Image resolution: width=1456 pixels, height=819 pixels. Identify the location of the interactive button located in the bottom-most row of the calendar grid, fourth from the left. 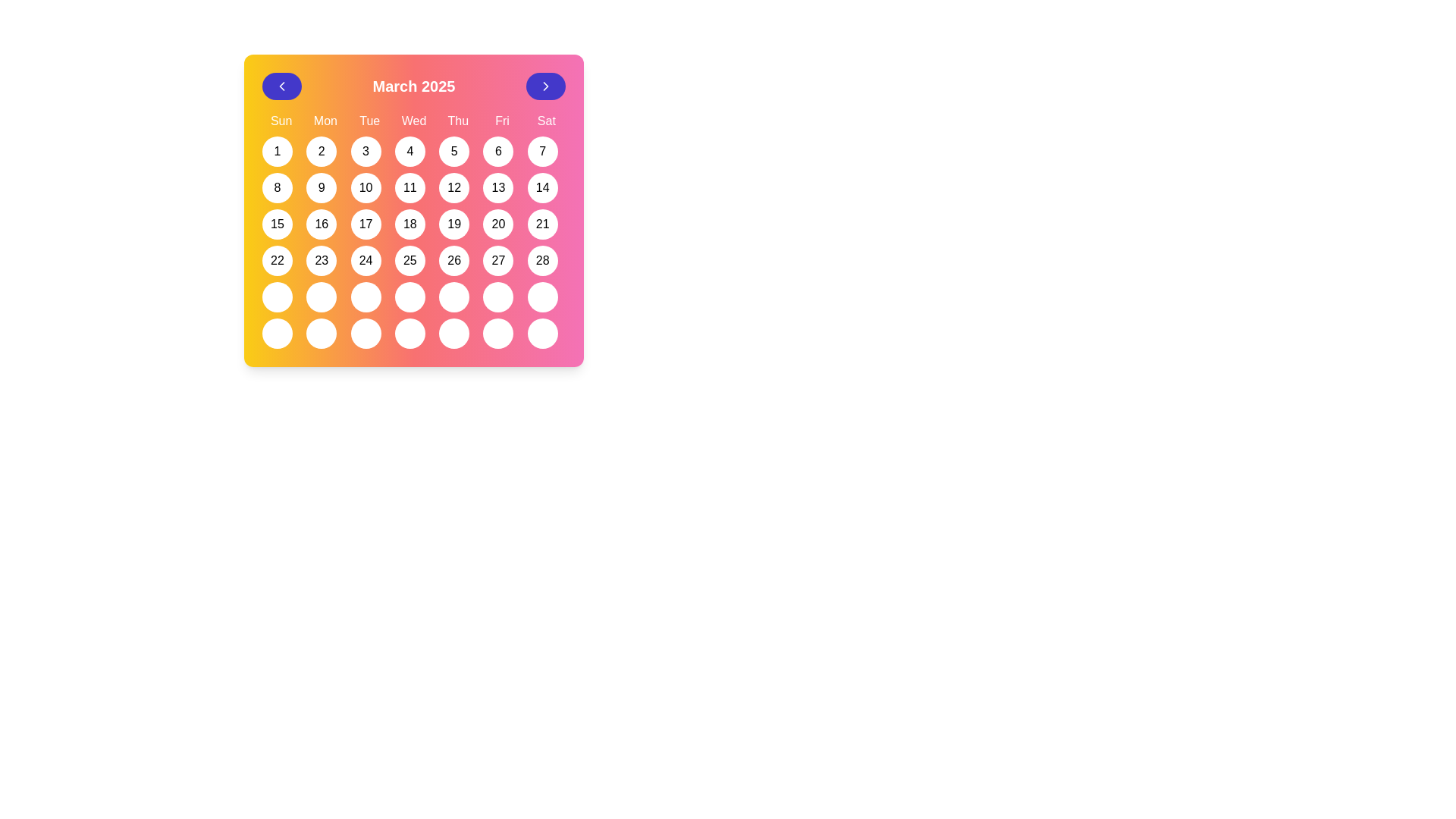
(409, 332).